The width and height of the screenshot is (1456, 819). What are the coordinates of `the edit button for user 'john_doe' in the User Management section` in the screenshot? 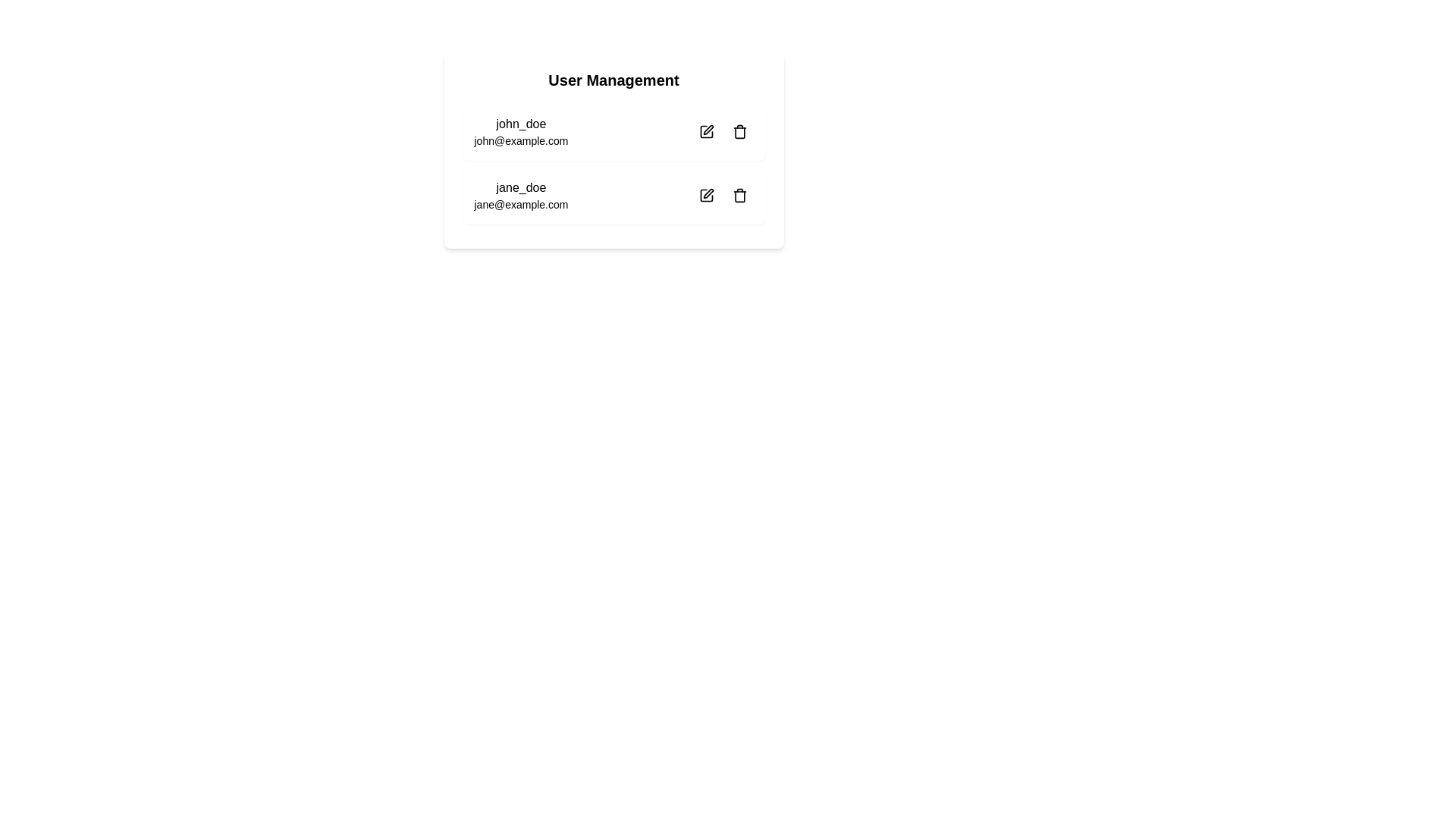 It's located at (705, 130).